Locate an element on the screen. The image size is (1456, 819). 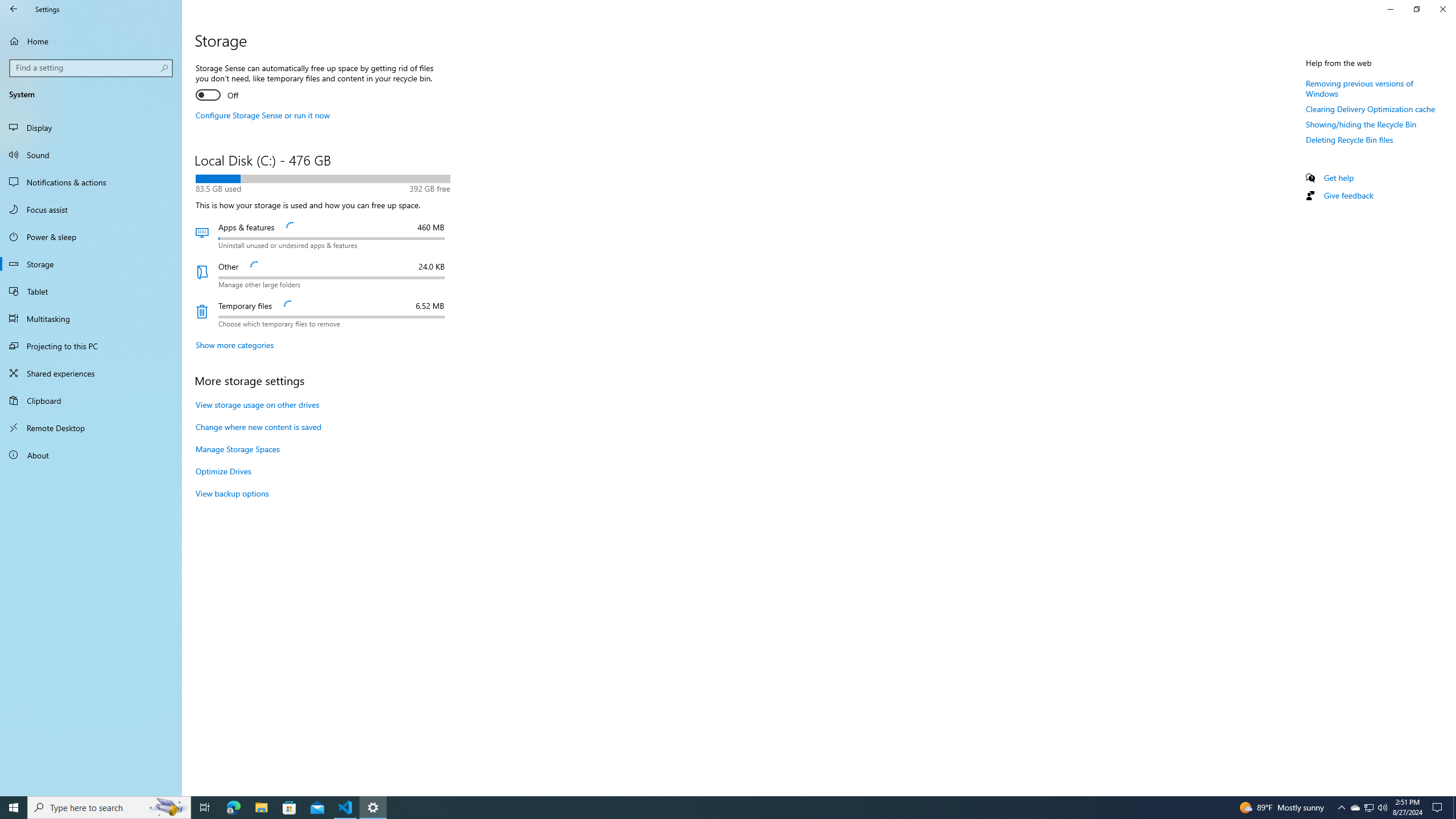
'Apps & features' is located at coordinates (322, 235).